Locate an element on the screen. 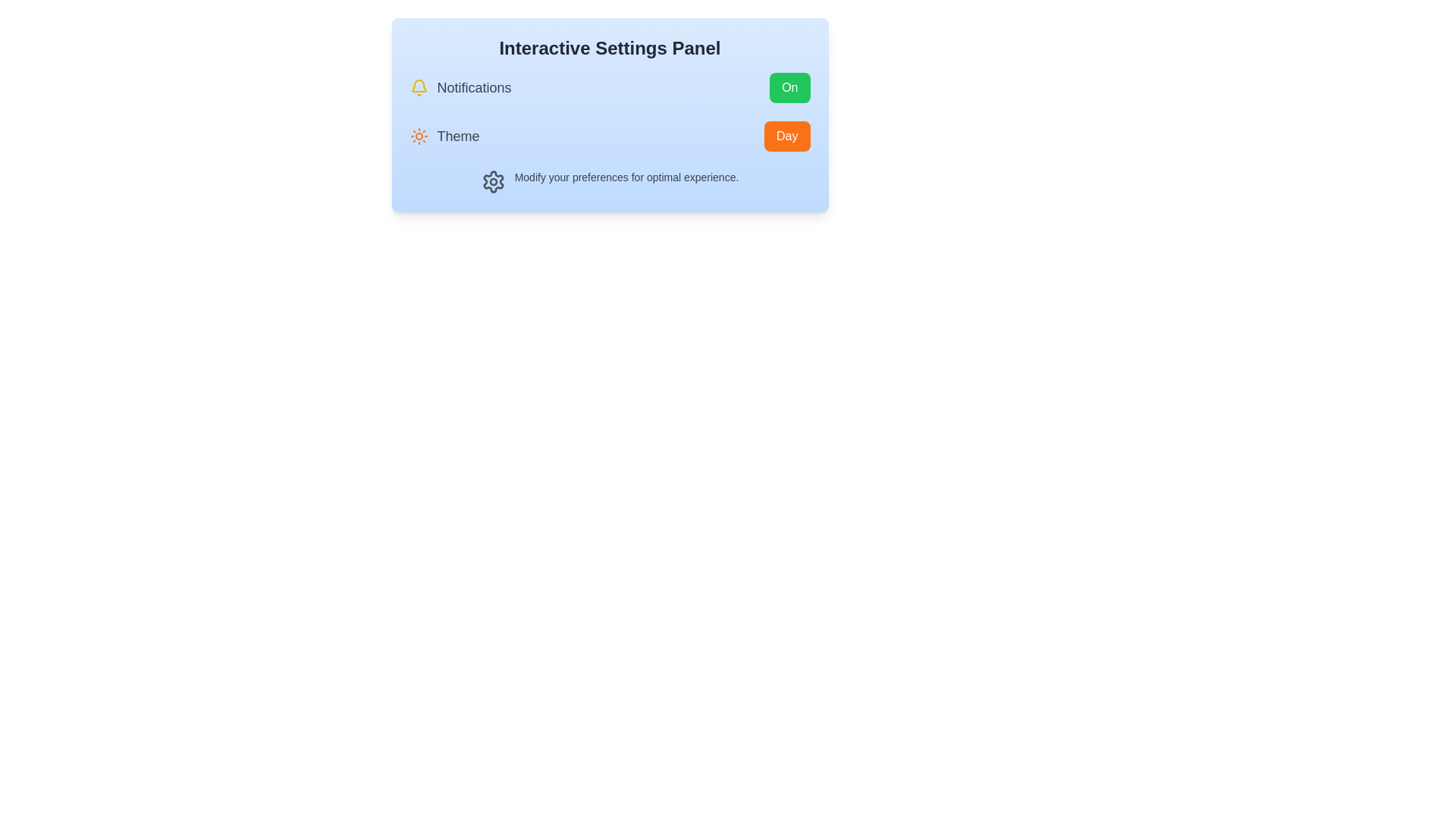 The image size is (1456, 819). the label indicating the theme-switching functionality, which is located to the right of the sun icon in the settings panel is located at coordinates (457, 136).